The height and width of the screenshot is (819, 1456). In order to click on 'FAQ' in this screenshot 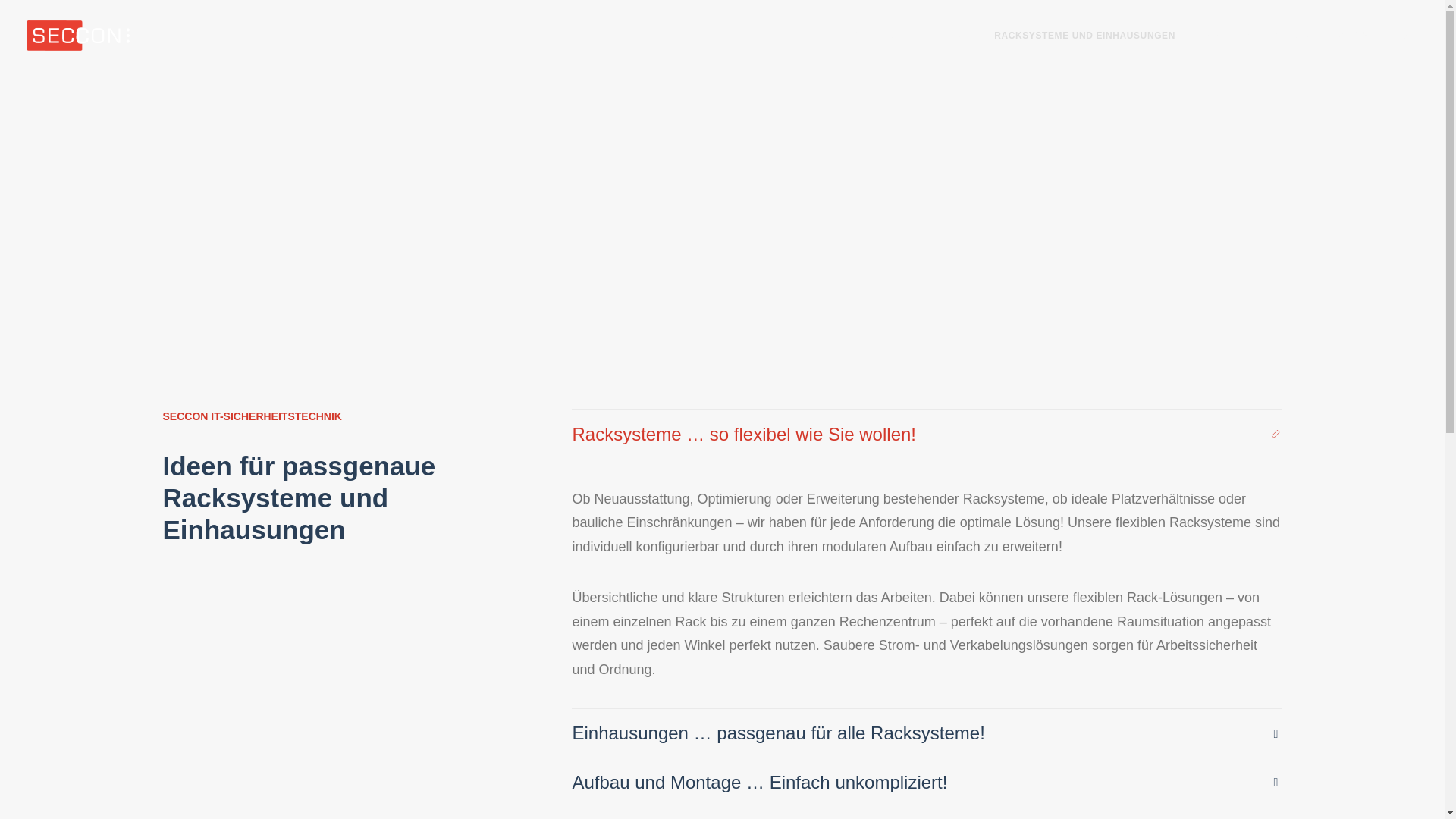, I will do `click(1208, 34)`.